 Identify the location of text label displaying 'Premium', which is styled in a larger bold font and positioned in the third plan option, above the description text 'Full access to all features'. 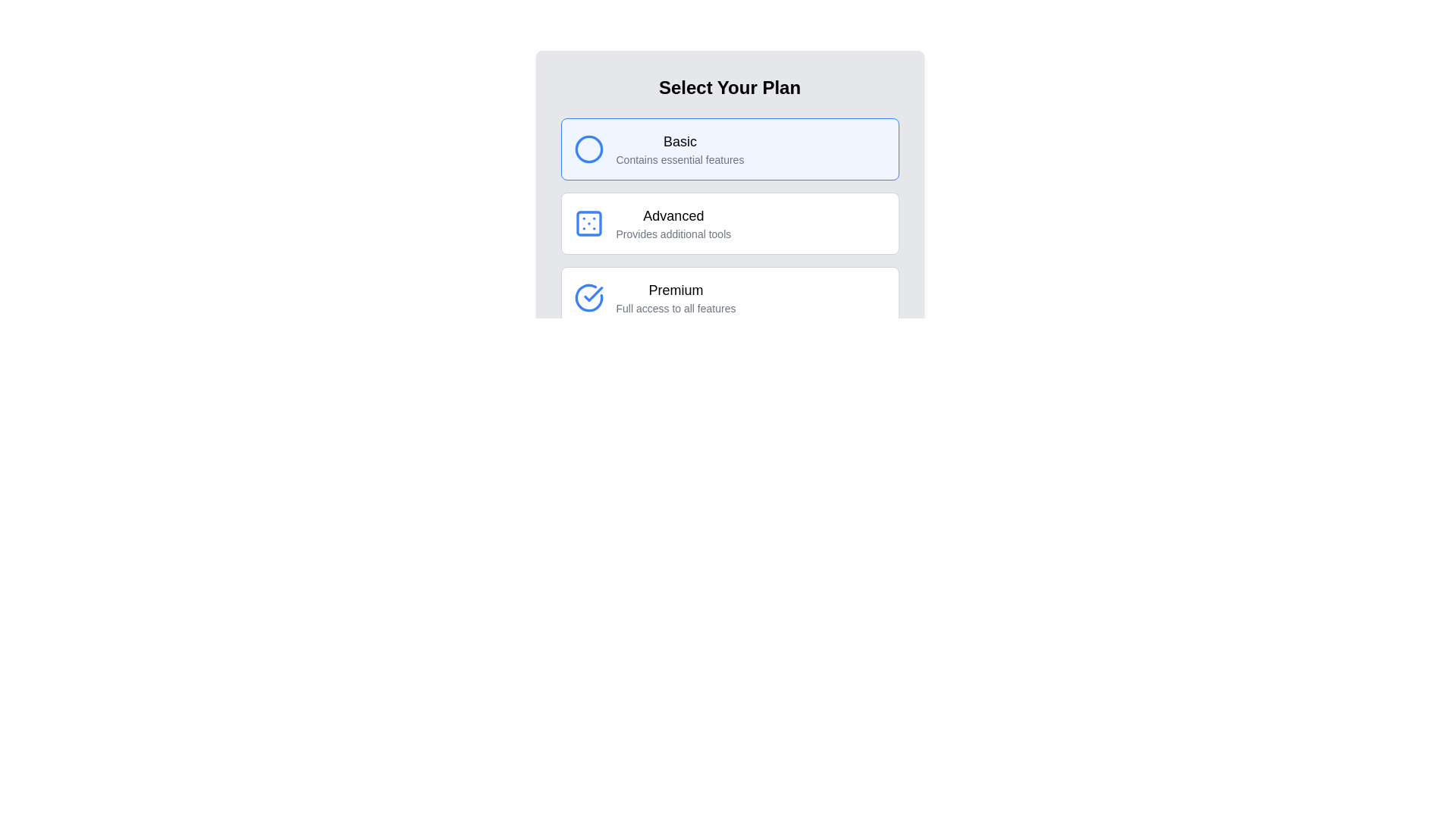
(675, 290).